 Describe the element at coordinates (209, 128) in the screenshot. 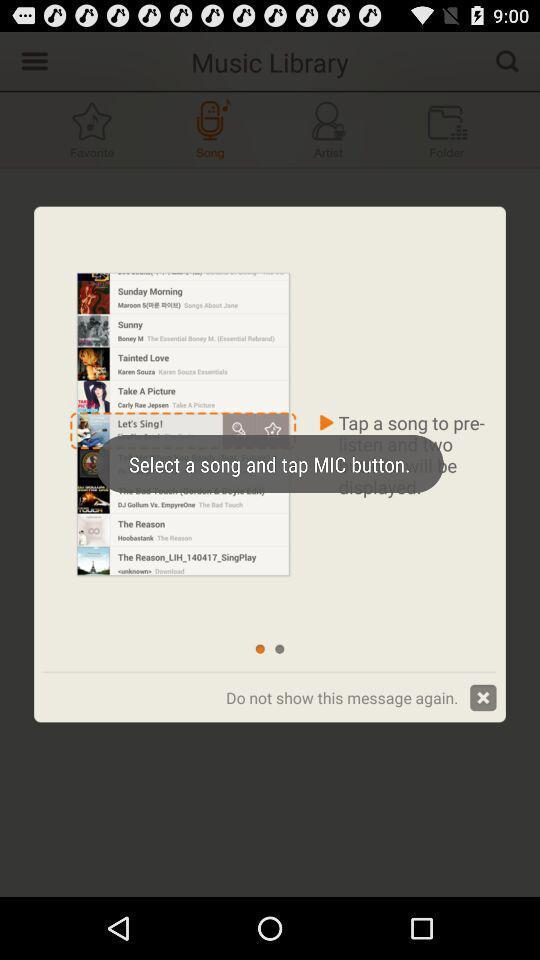

I see `clip to hear the song` at that location.